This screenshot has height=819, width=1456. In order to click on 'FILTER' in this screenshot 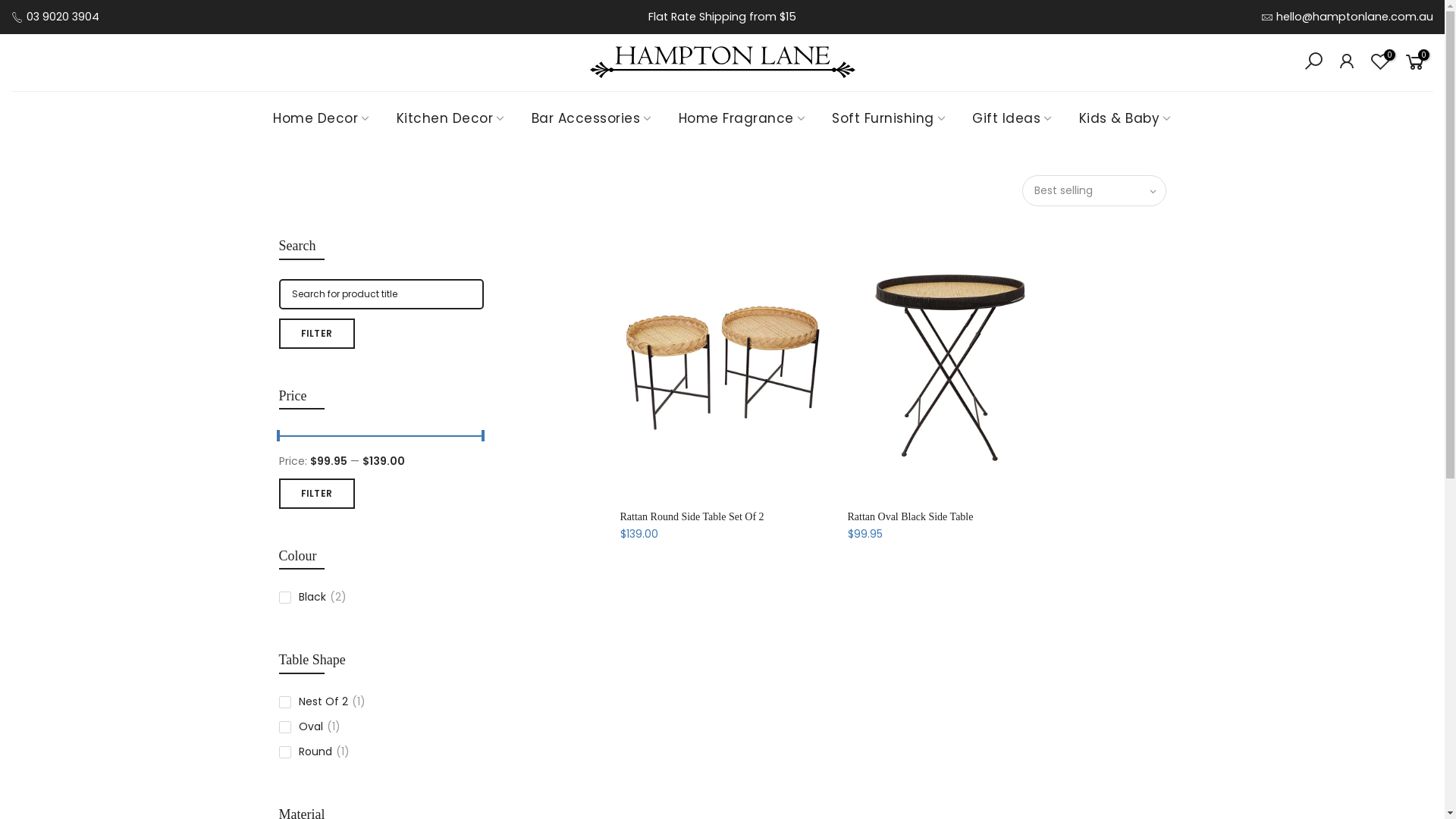, I will do `click(315, 332)`.